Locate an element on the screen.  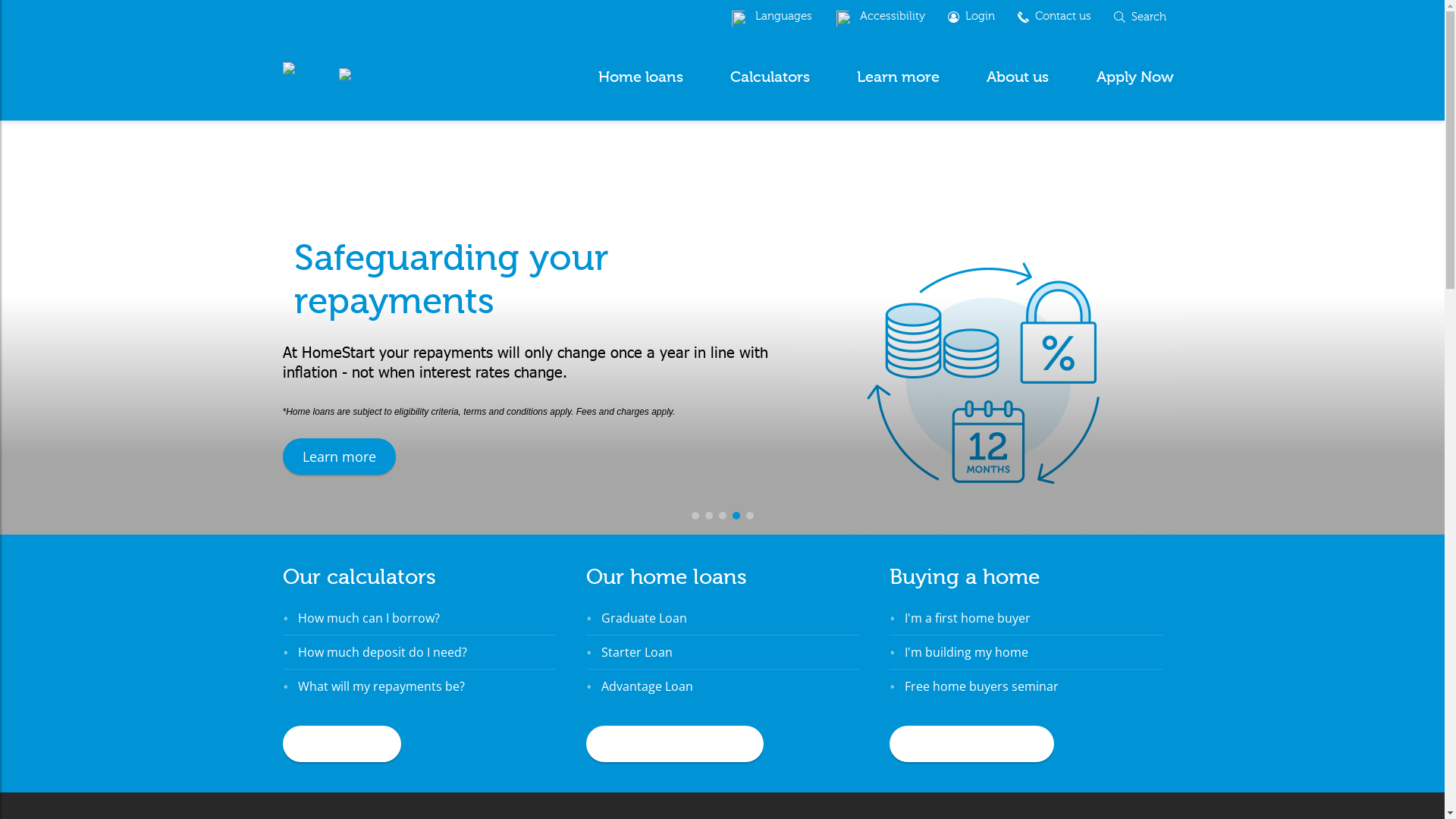
'Accessibility' is located at coordinates (880, 17).